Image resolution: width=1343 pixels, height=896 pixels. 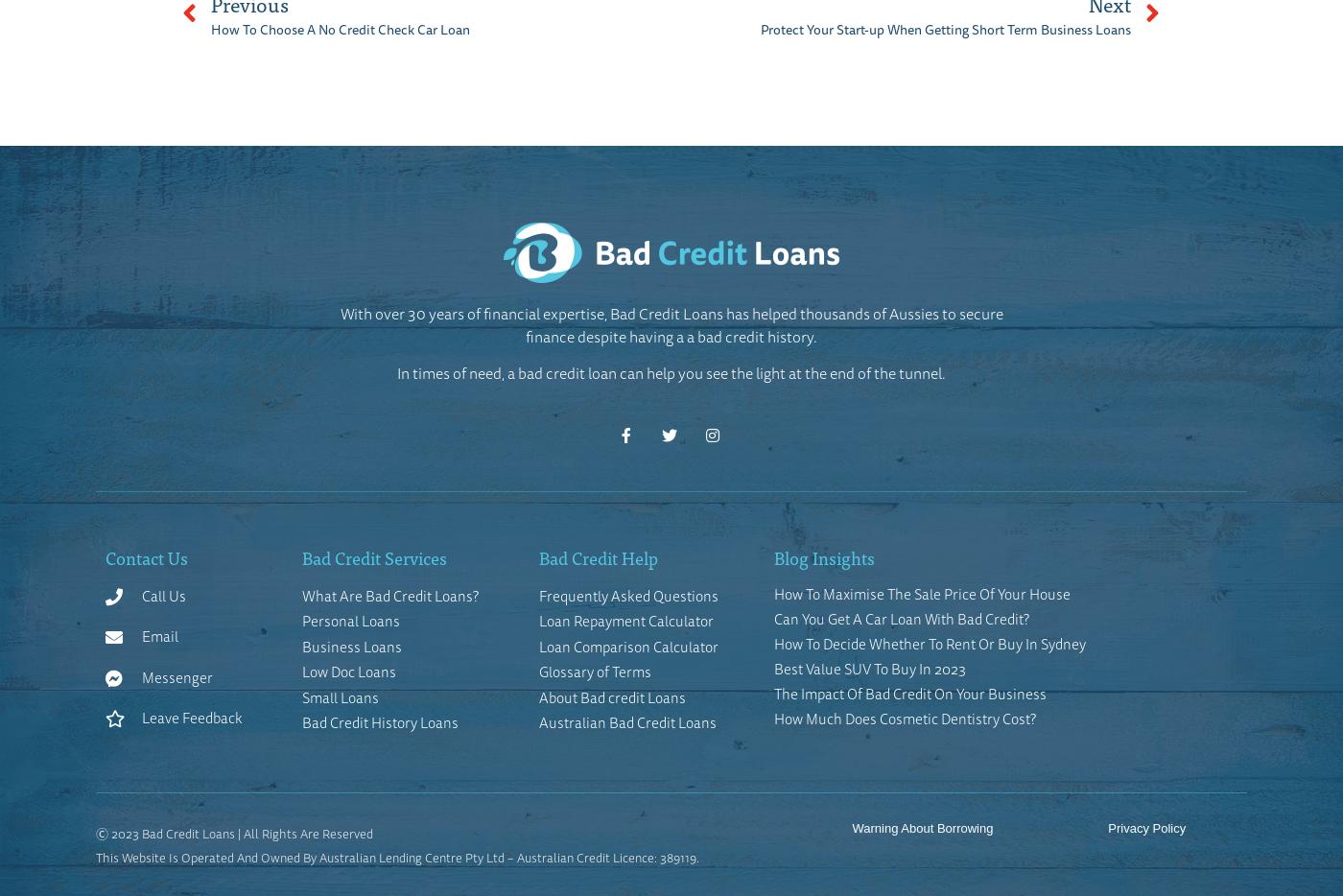 I want to click on 'Small Loans', so click(x=341, y=696).